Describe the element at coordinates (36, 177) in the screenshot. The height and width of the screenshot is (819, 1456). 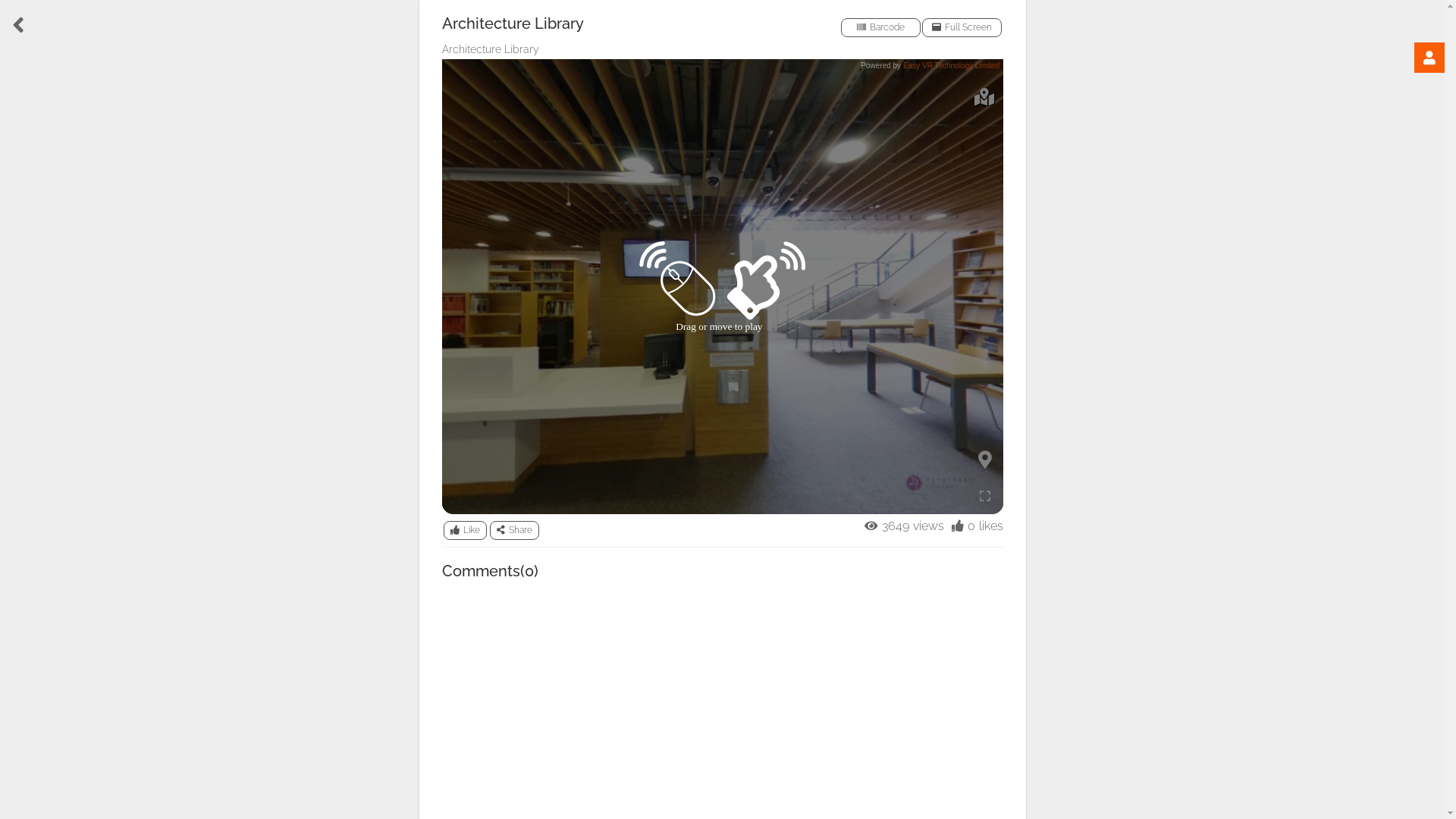
I see `'SHOPPING'` at that location.